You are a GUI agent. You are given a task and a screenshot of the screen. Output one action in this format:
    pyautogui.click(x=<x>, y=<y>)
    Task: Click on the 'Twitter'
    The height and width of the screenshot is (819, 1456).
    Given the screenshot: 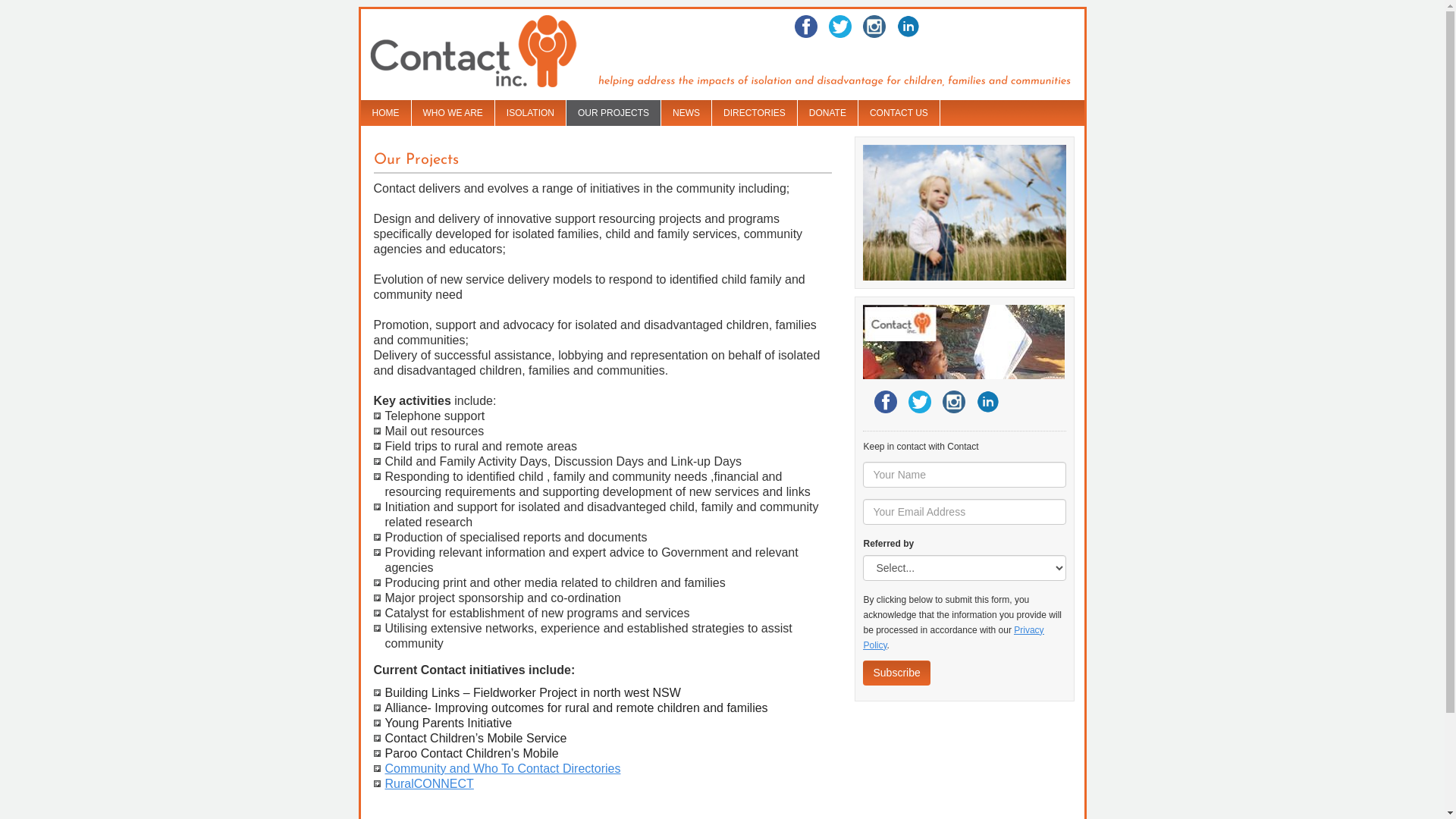 What is the action you would take?
    pyautogui.click(x=839, y=26)
    